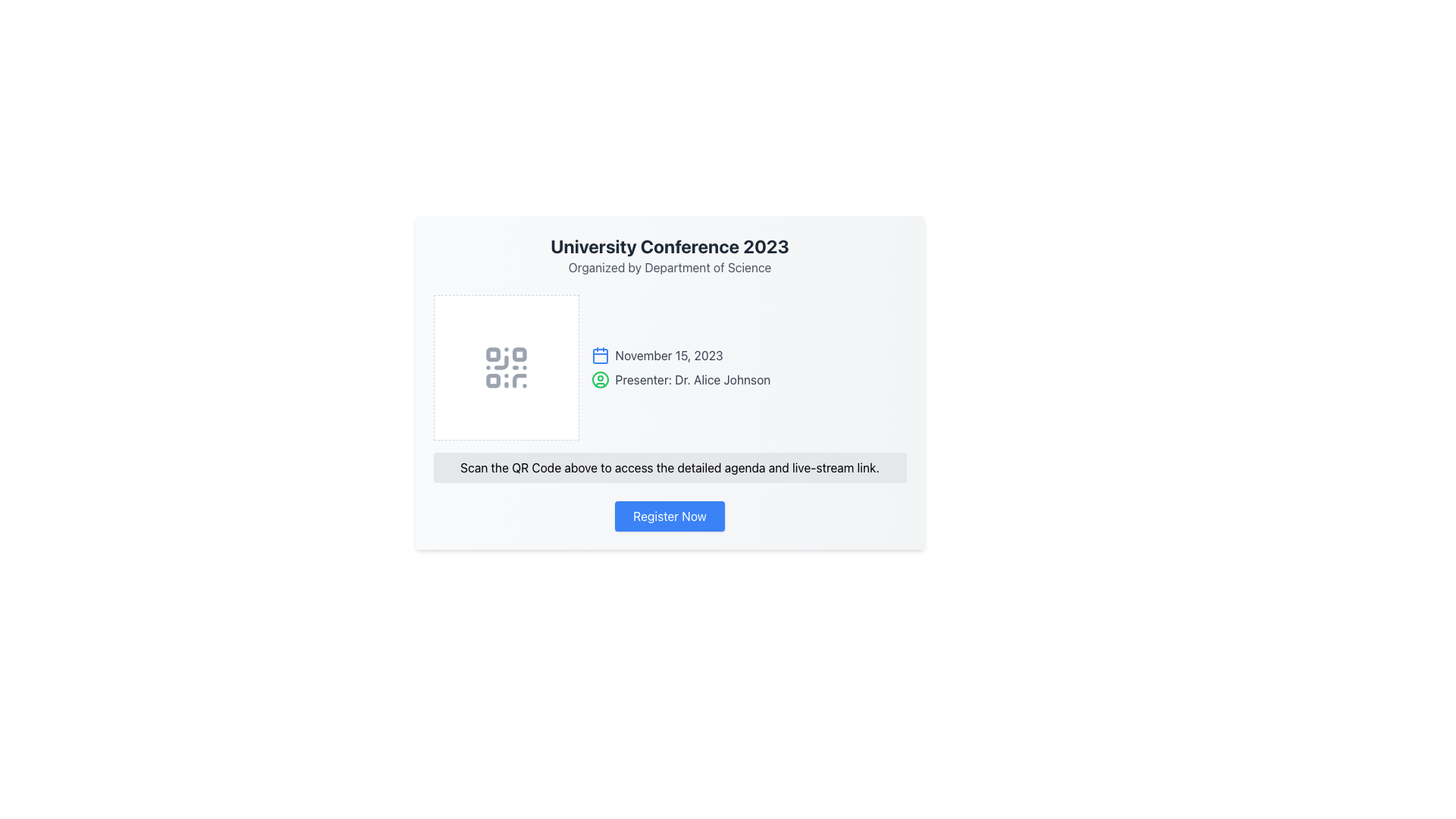 The width and height of the screenshot is (1456, 819). I want to click on text label that says 'Organized by Department of Science', which is styled in gray and located directly under the title 'University Conference 2023', so click(669, 267).